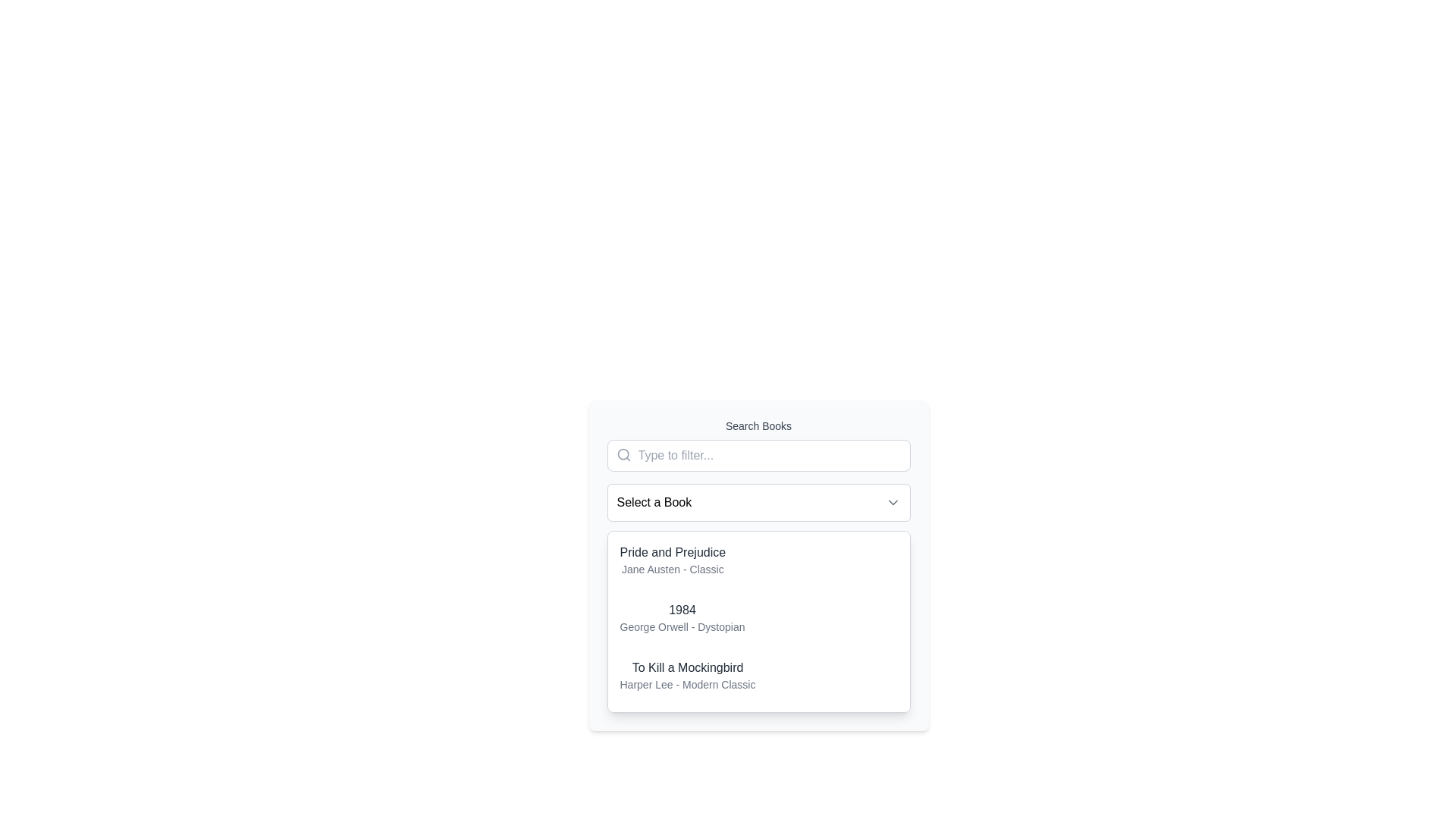 This screenshot has width=1456, height=819. What do you see at coordinates (758, 675) in the screenshot?
I see `the list item titled 'To Kill a Mockingbird'` at bounding box center [758, 675].